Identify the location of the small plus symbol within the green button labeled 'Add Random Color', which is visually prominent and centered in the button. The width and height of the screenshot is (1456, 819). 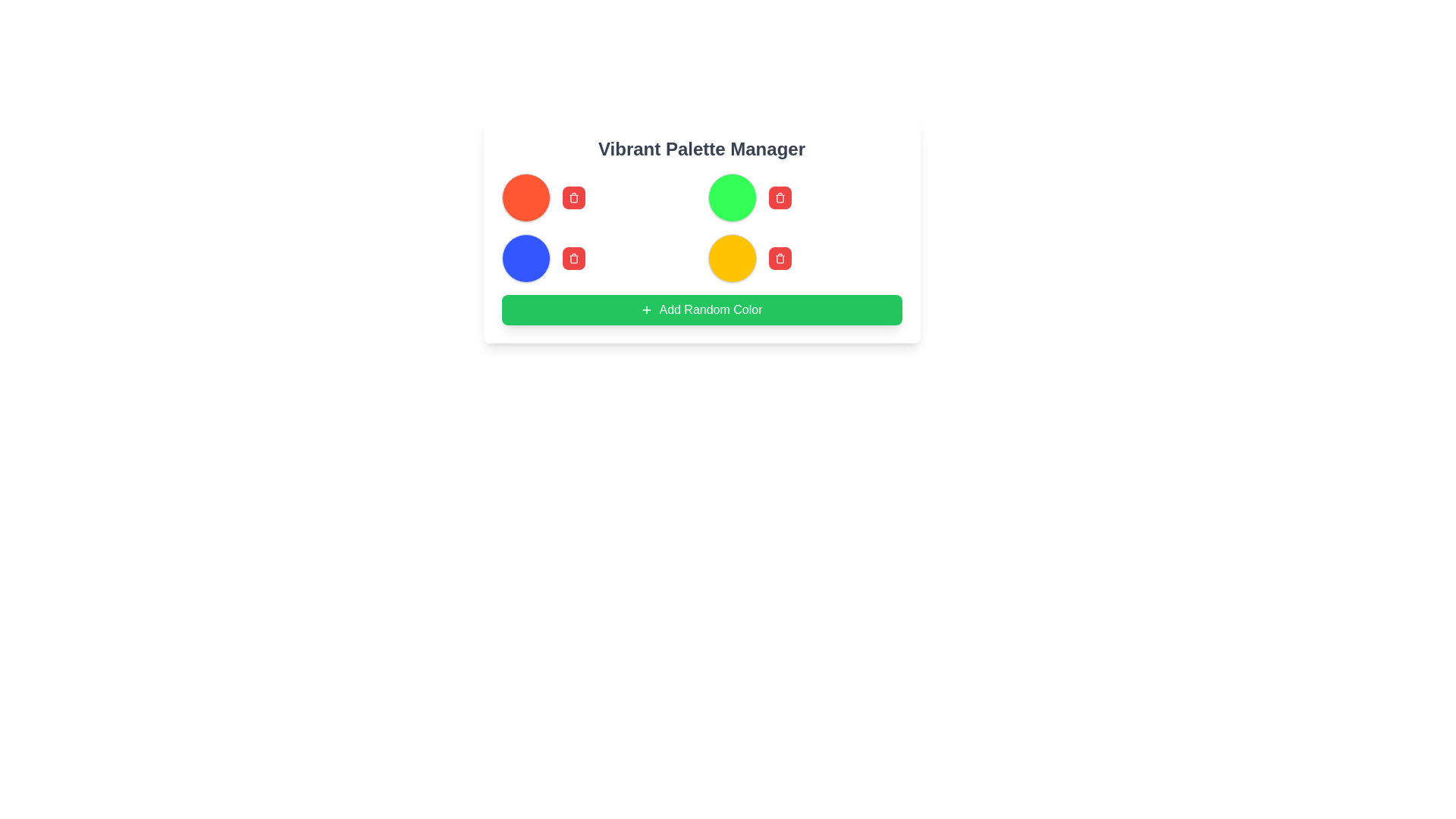
(647, 309).